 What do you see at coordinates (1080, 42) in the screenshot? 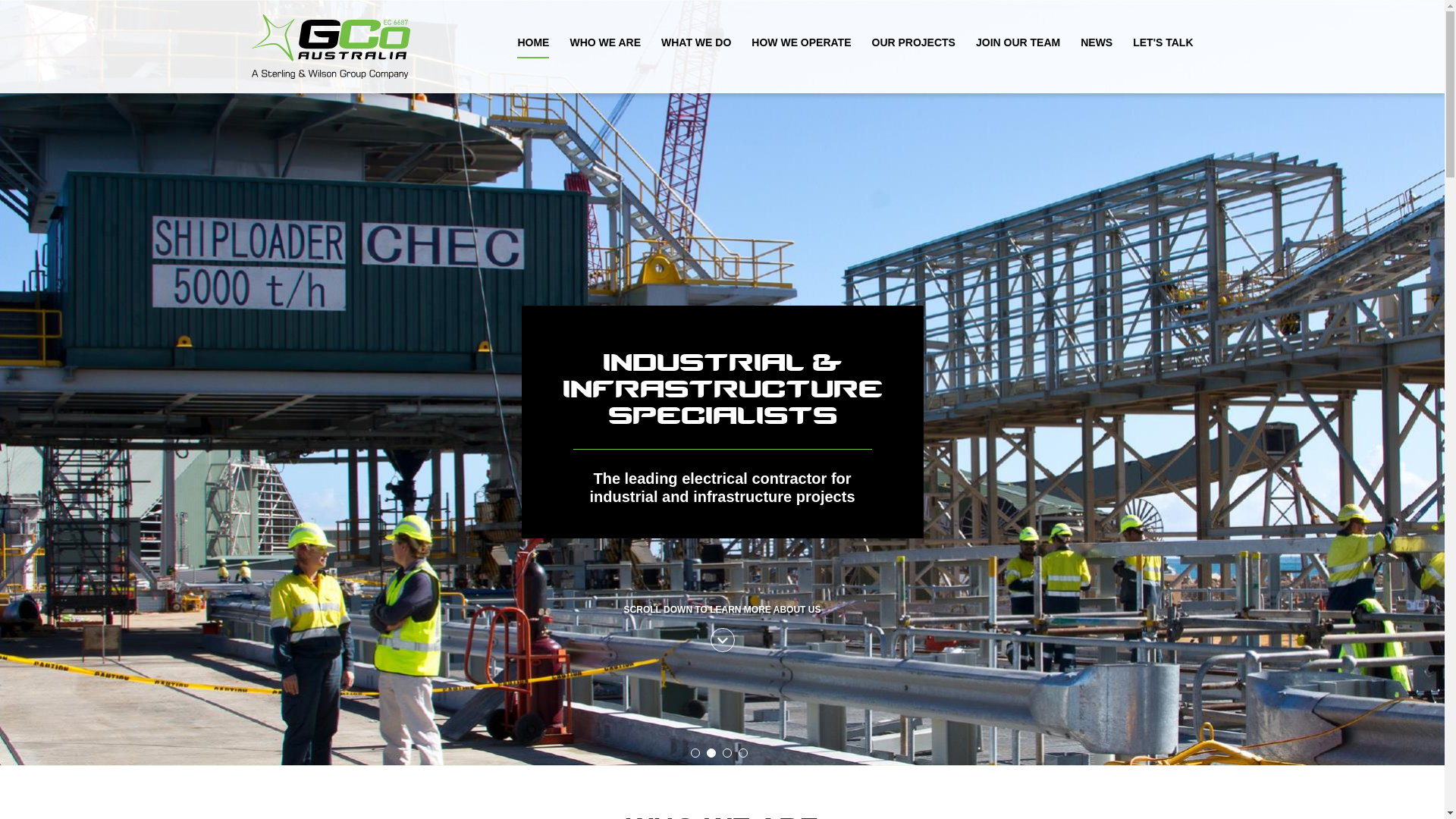
I see `'NEWS'` at bounding box center [1080, 42].